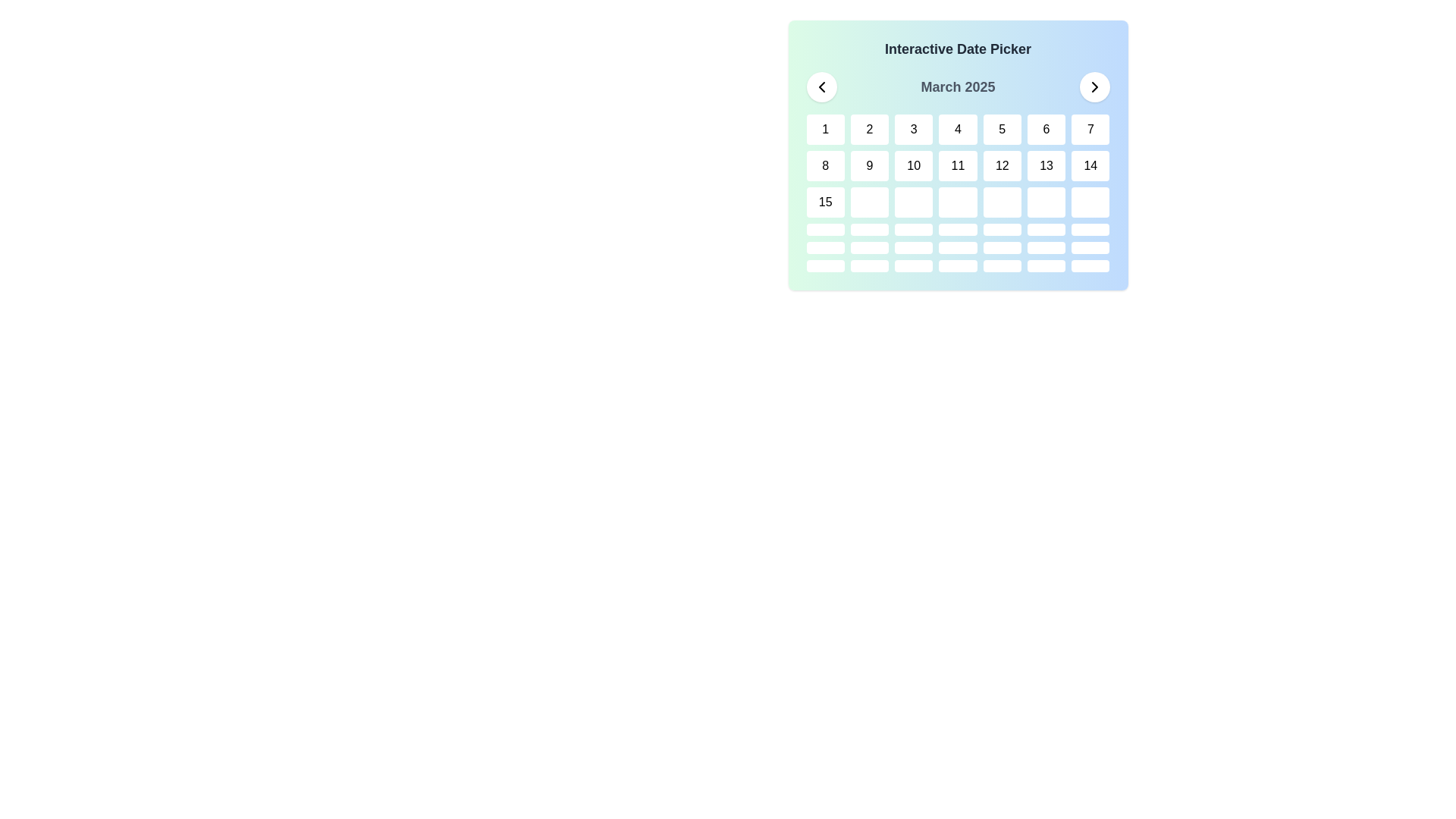 The height and width of the screenshot is (819, 1456). Describe the element at coordinates (957, 87) in the screenshot. I see `the title text 'March 2025' in the date picker interface, which is centered in the top row between the left and right arrow buttons` at that location.